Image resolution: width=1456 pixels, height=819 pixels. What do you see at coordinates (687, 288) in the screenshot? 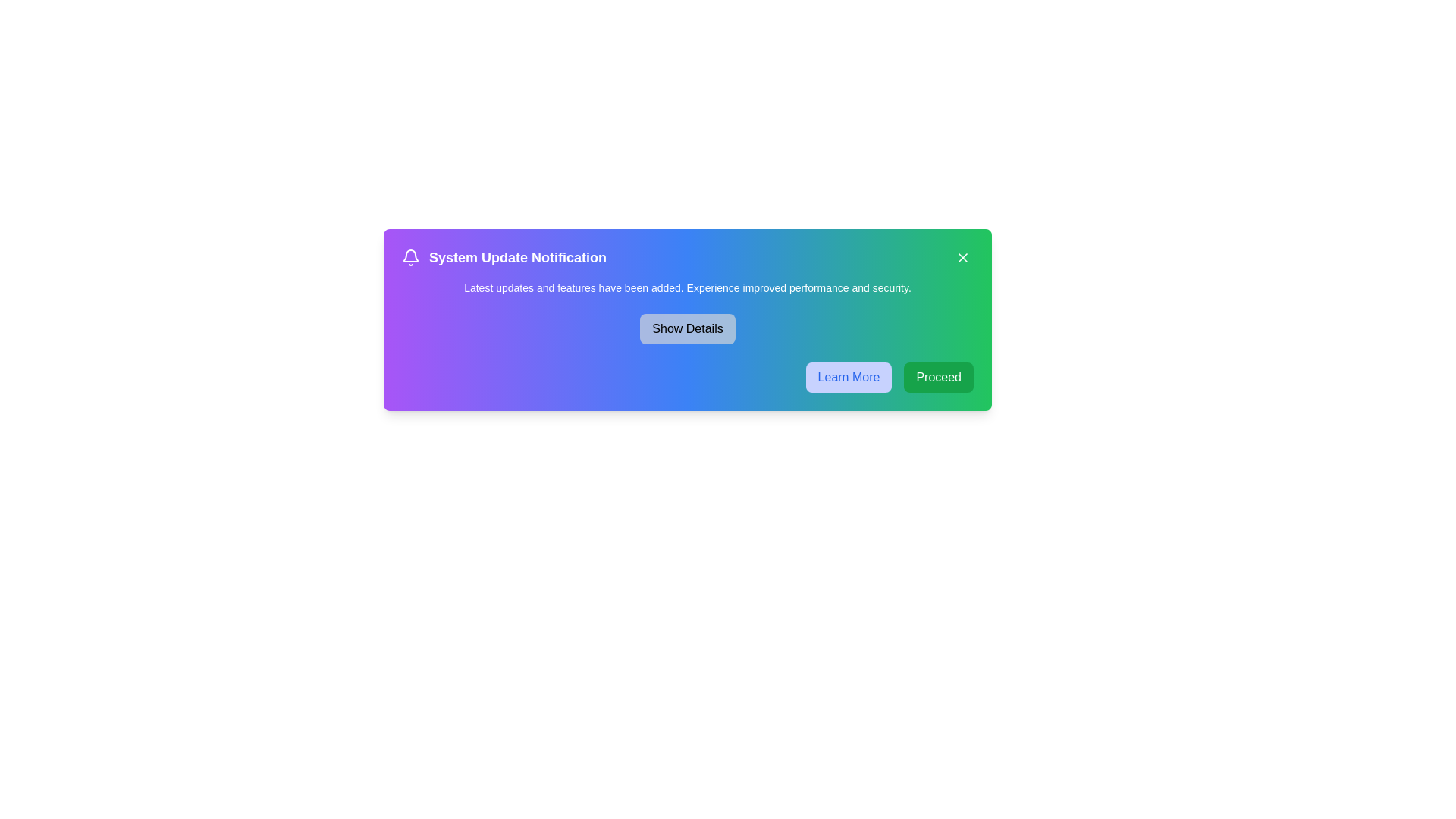
I see `the text block containing the message 'Latest updates and features have been added. Experience improved performance and security.' which is styled with small text size within a colorful gradient background, located below the 'System Update Notification' title and above the 'Show Details' button` at bounding box center [687, 288].